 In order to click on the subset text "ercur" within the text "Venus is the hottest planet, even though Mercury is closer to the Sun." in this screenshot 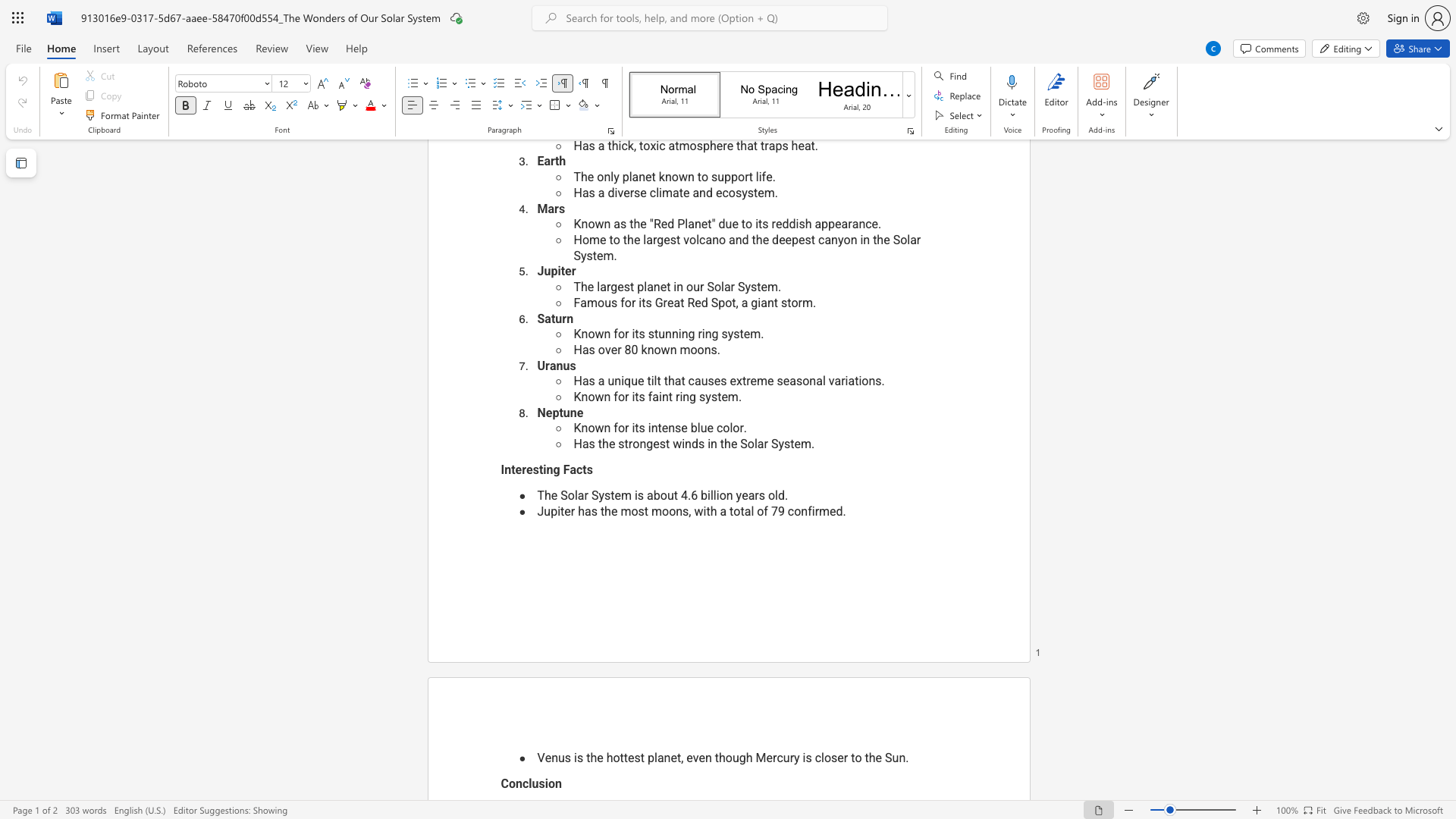, I will do `click(766, 758)`.